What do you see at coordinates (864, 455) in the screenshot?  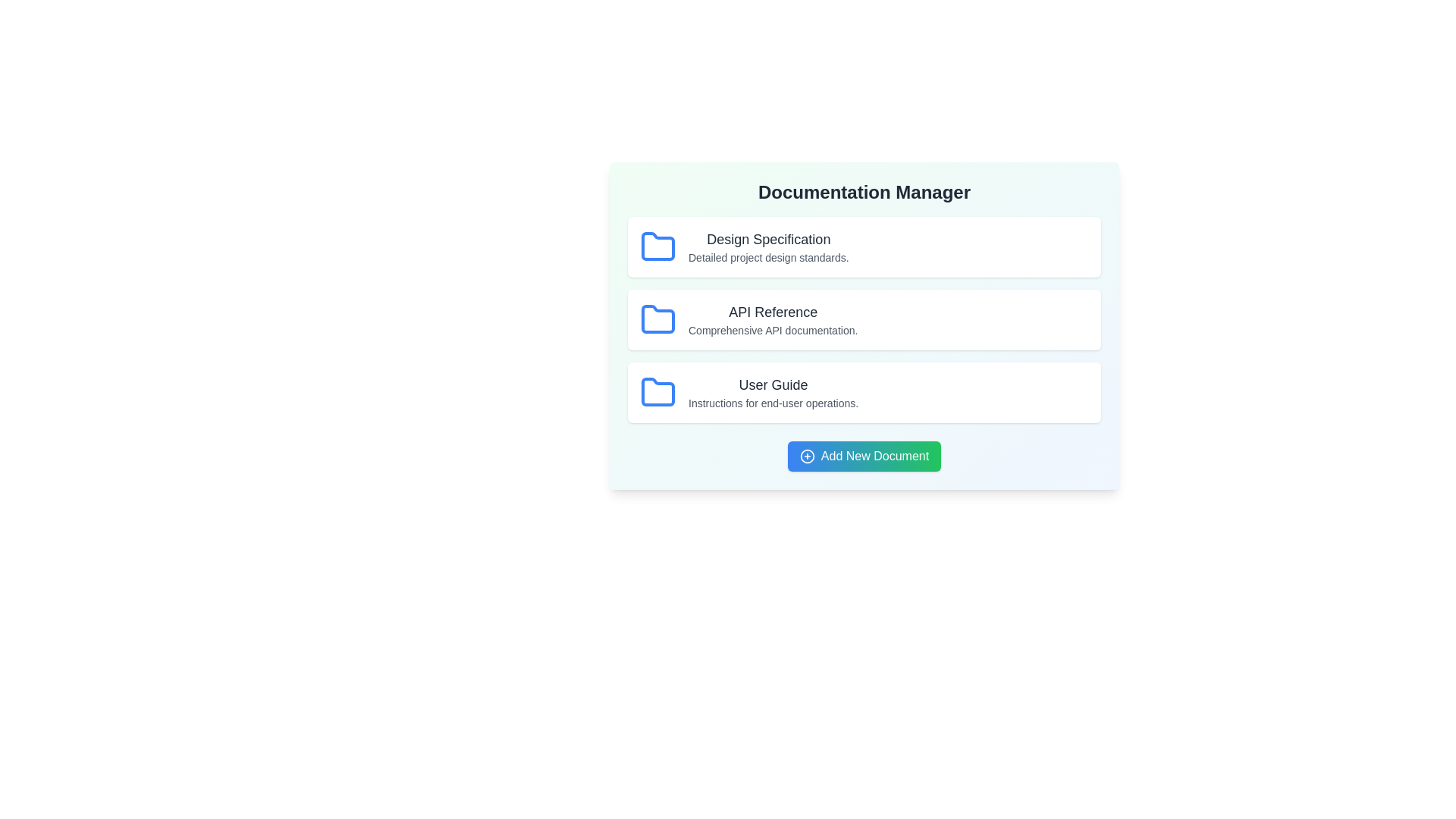 I see `the 'Add New Document' button` at bounding box center [864, 455].